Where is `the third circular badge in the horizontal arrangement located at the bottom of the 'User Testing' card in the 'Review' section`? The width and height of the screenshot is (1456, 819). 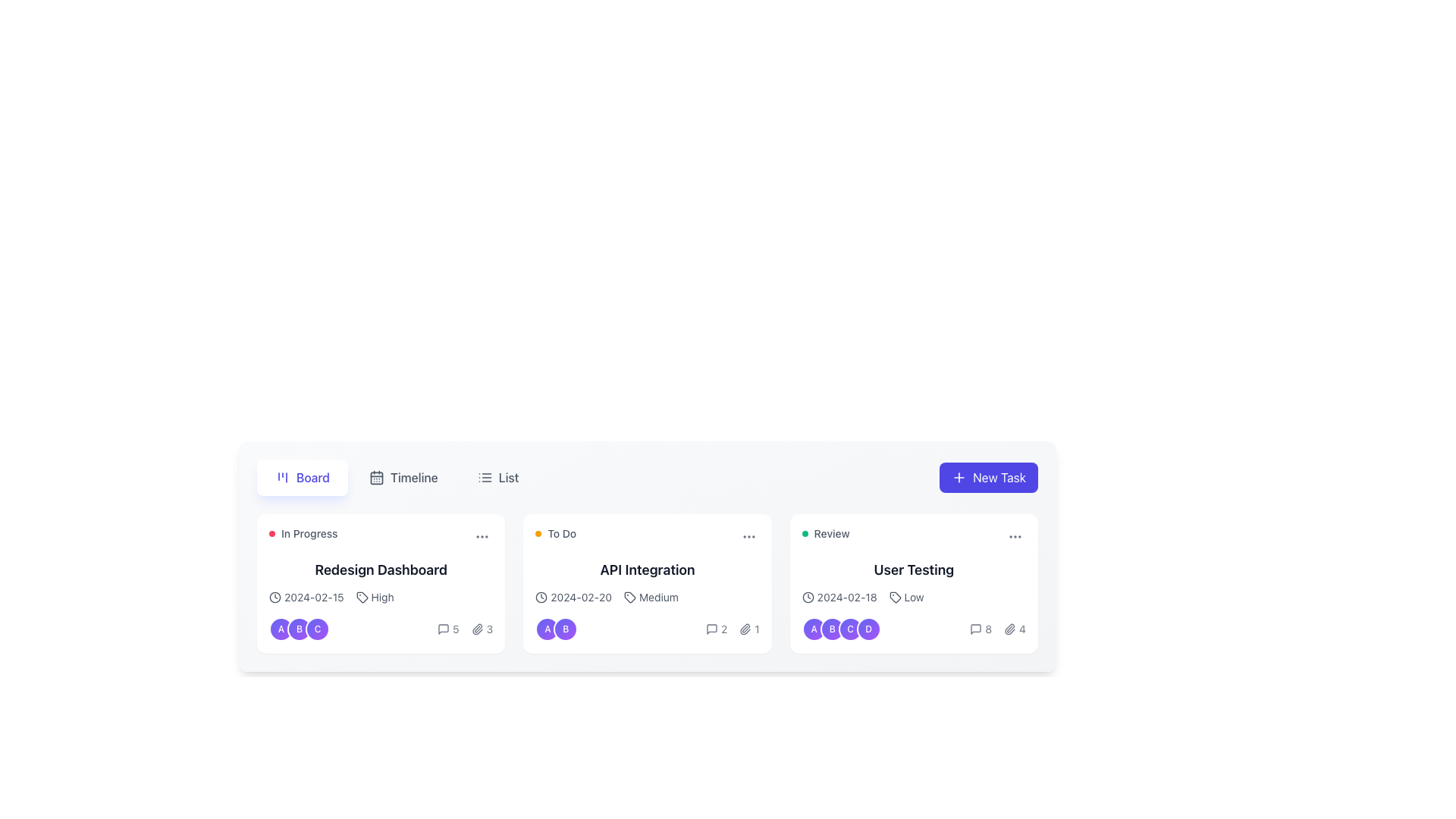 the third circular badge in the horizontal arrangement located at the bottom of the 'User Testing' card in the 'Review' section is located at coordinates (850, 629).